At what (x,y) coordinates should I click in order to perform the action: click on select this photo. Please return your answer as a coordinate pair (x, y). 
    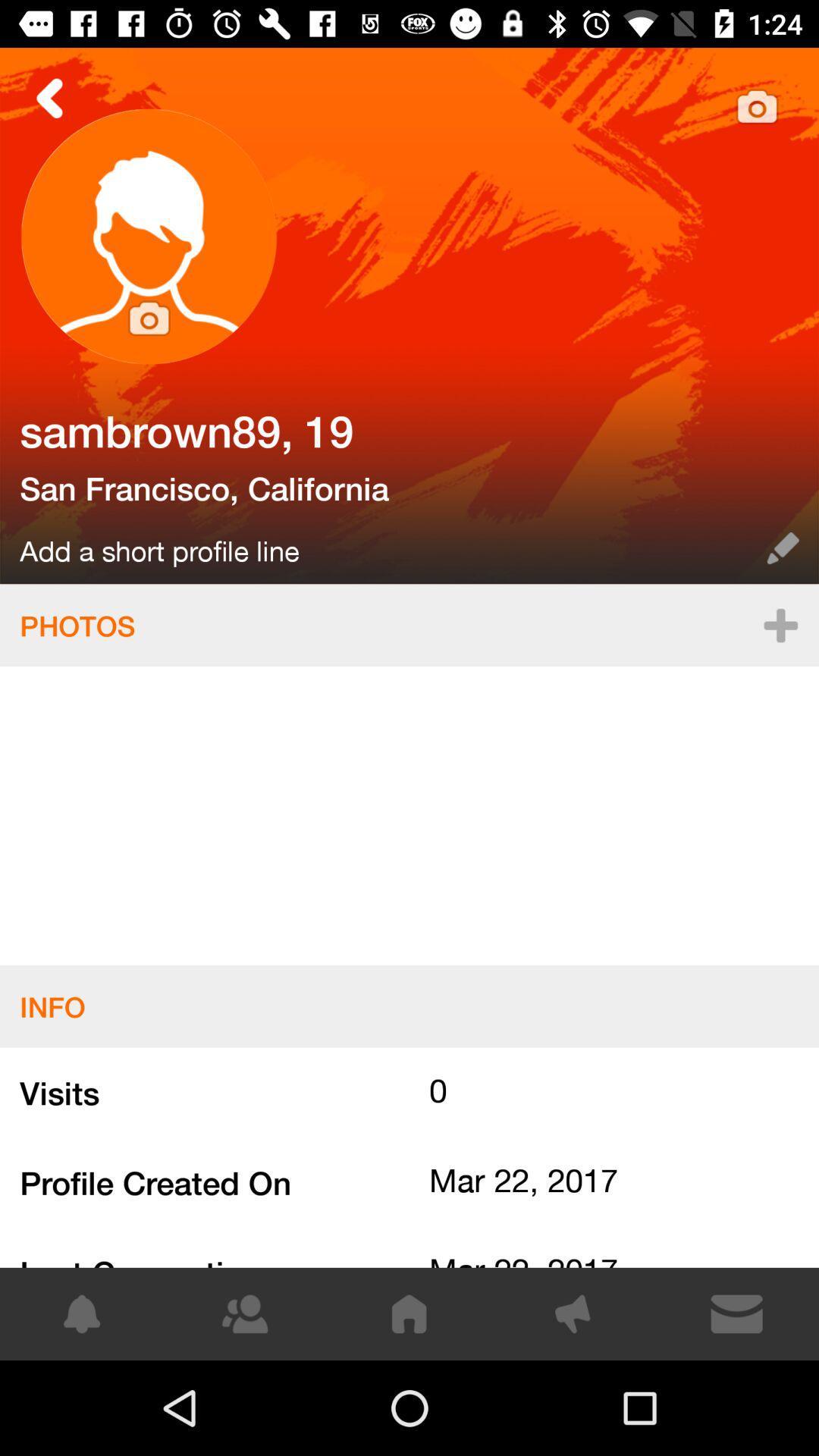
    Looking at the image, I should click on (409, 315).